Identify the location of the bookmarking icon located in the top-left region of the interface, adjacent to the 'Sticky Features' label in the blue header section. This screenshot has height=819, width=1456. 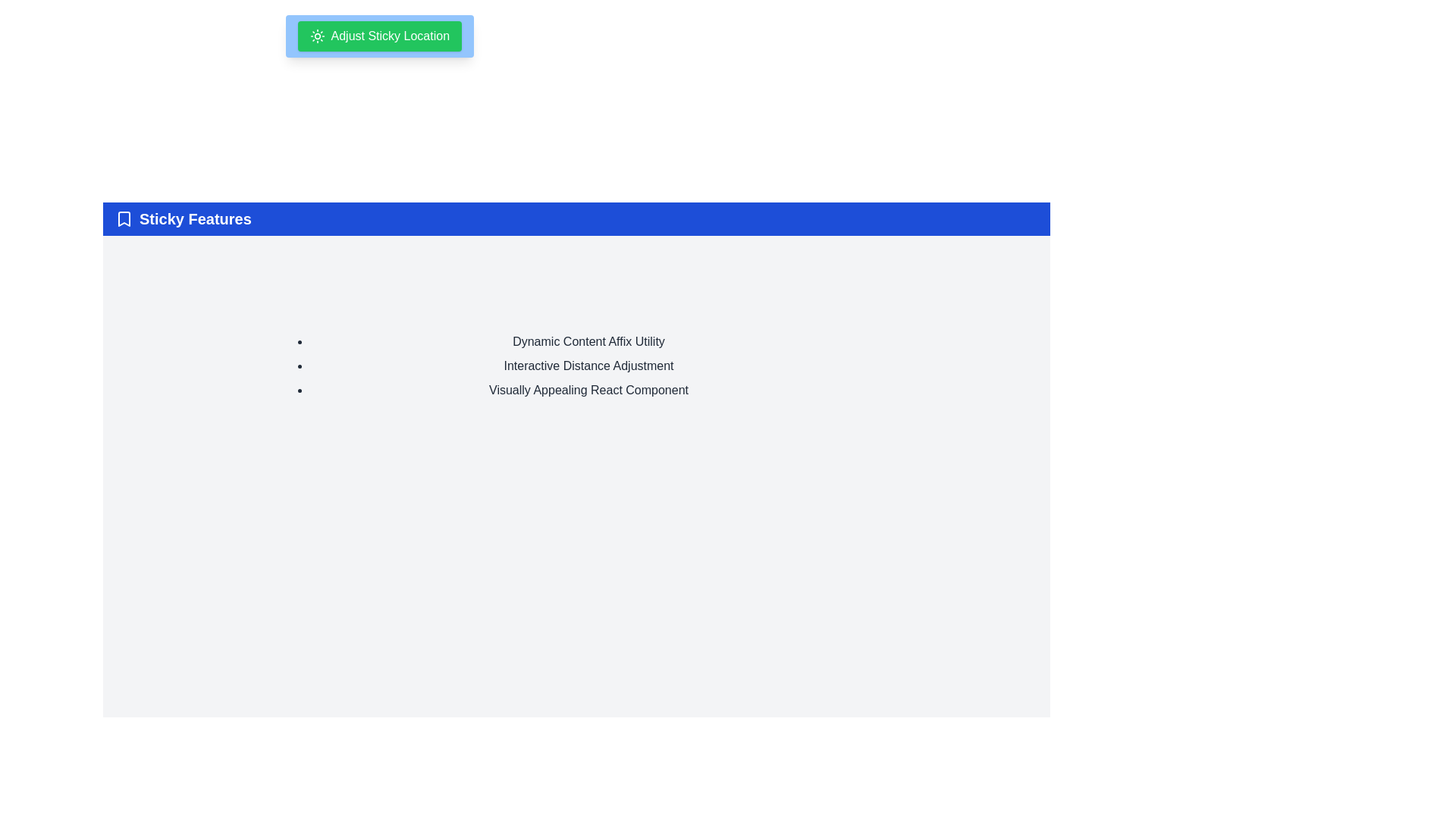
(124, 219).